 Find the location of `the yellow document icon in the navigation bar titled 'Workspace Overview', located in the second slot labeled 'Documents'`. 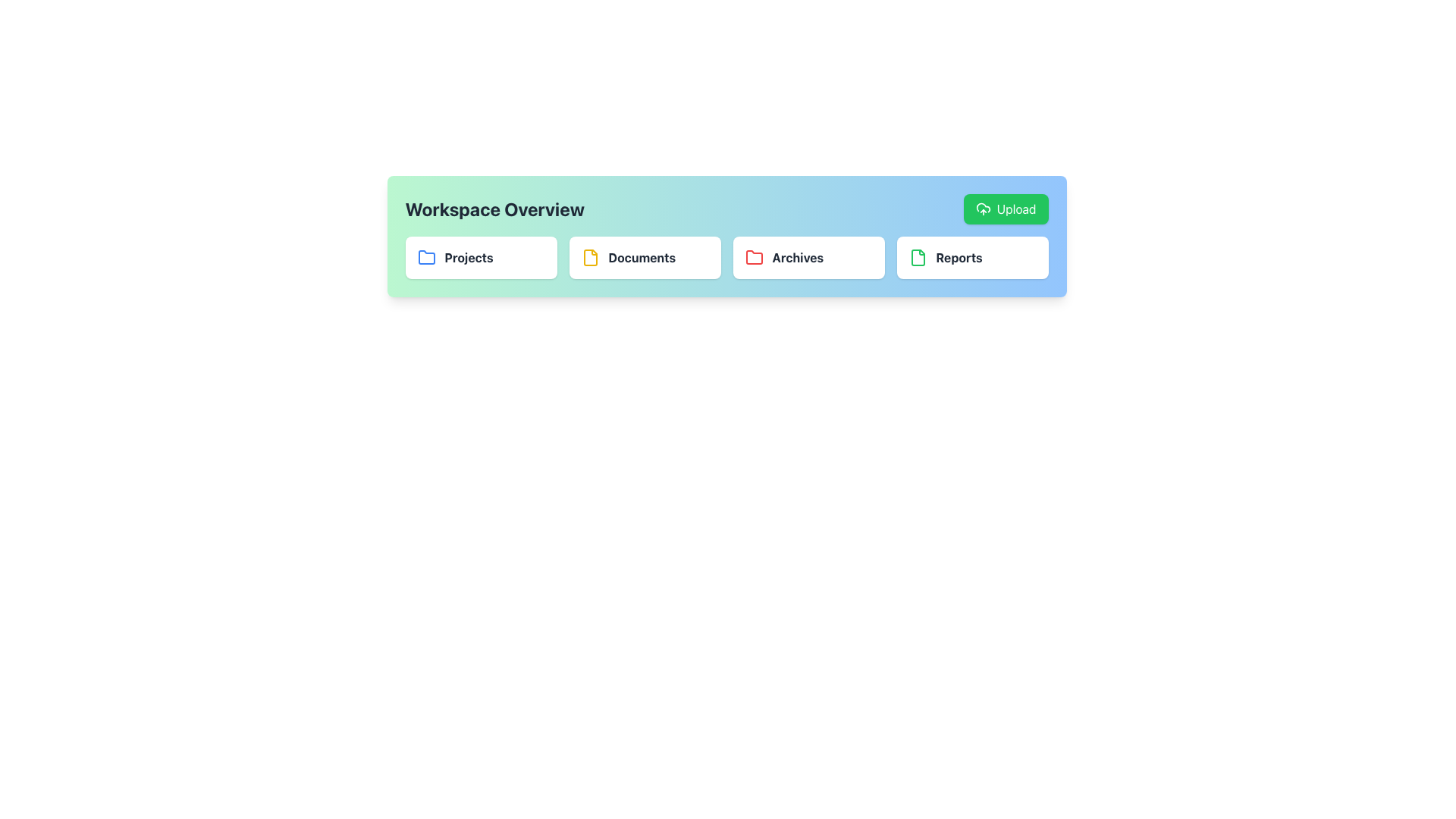

the yellow document icon in the navigation bar titled 'Workspace Overview', located in the second slot labeled 'Documents' is located at coordinates (589, 256).